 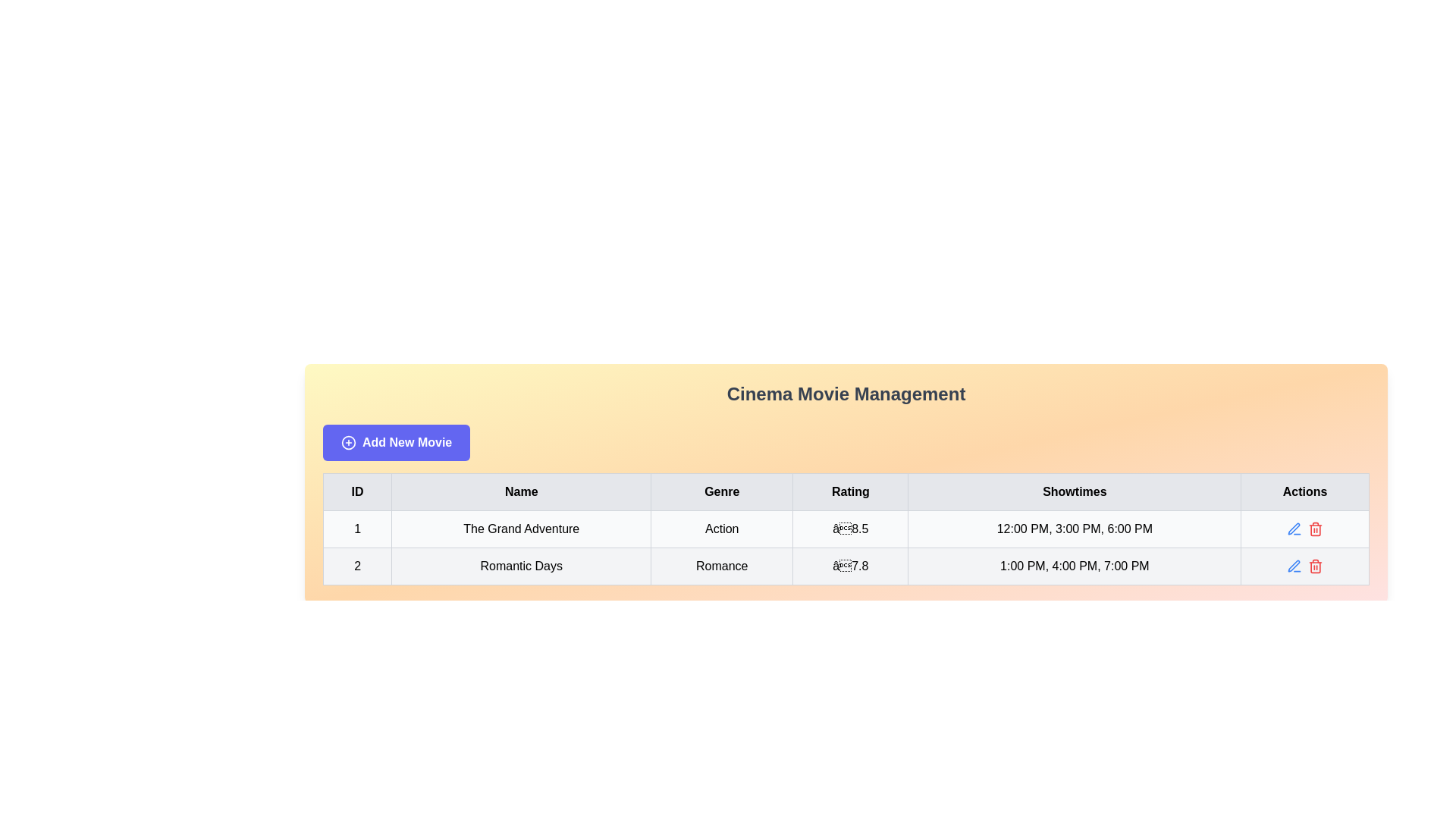 What do you see at coordinates (521, 491) in the screenshot?
I see `the Table Header Cell labeled 'Name', which is the second column in the table header, positioned between 'ID' and 'Genre'` at bounding box center [521, 491].